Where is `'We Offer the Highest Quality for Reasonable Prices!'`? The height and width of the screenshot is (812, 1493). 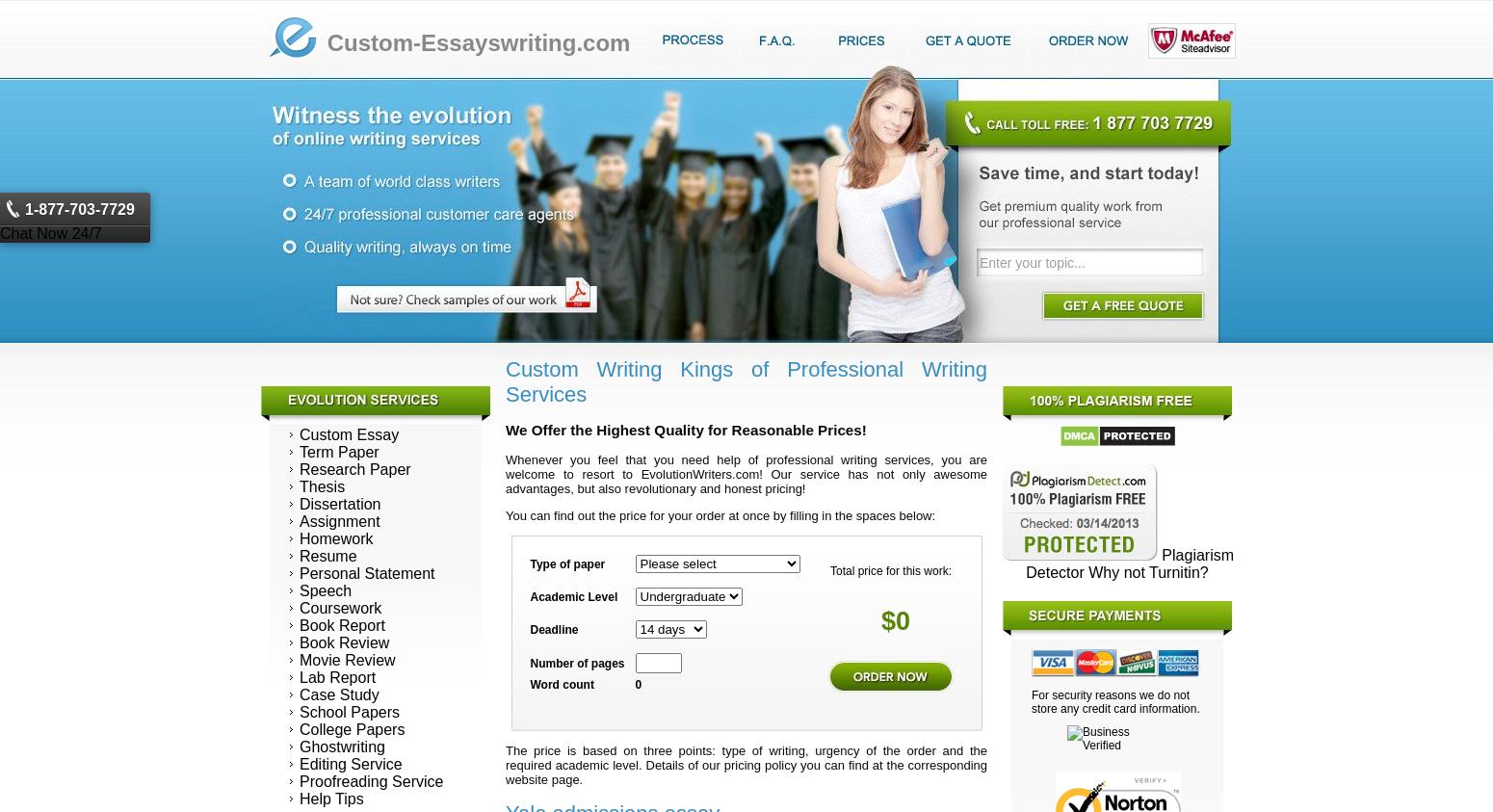 'We Offer the Highest Quality for Reasonable Prices!' is located at coordinates (686, 429).